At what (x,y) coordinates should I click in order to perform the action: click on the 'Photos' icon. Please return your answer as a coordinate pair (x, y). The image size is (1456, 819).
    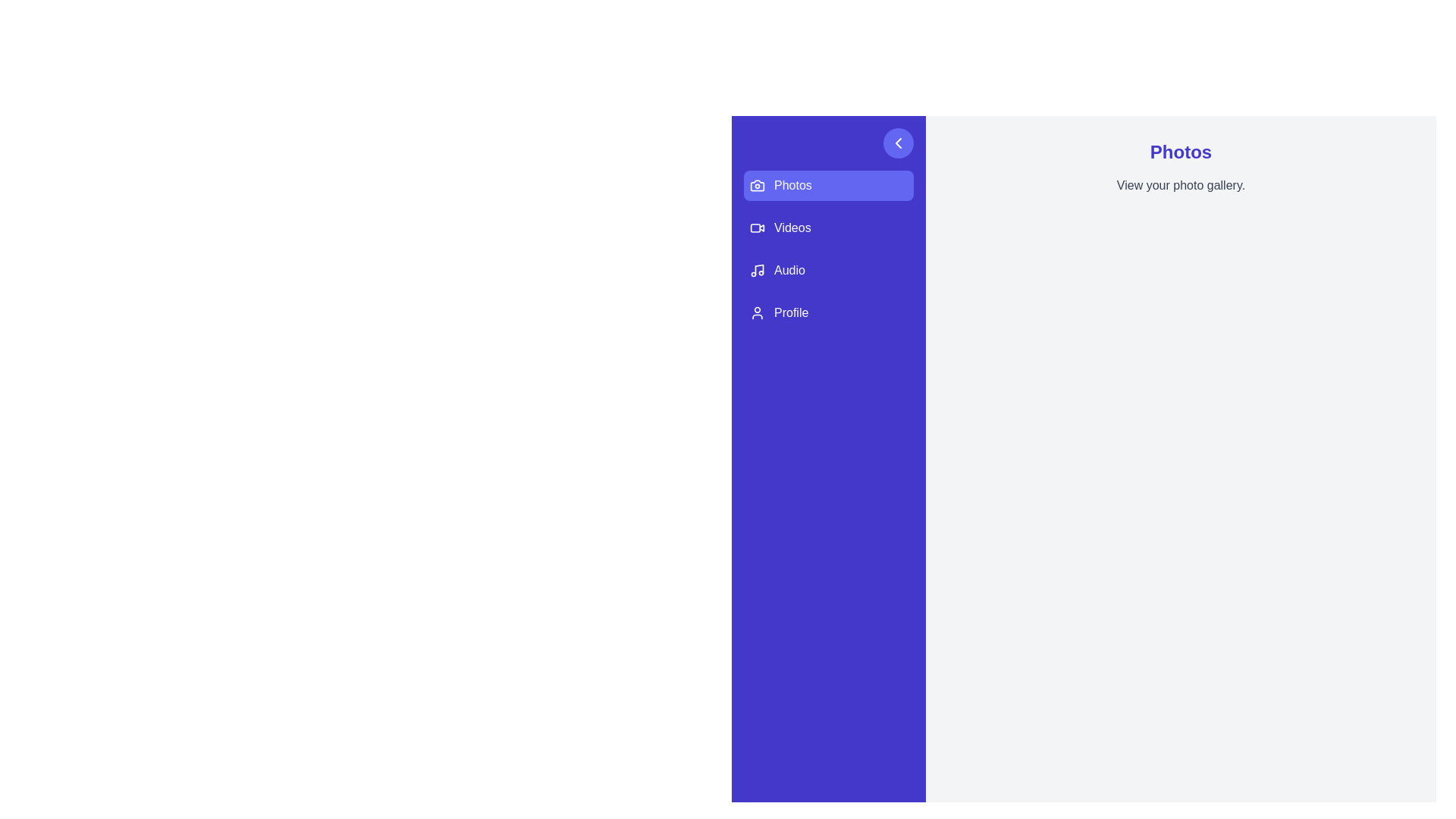
    Looking at the image, I should click on (757, 185).